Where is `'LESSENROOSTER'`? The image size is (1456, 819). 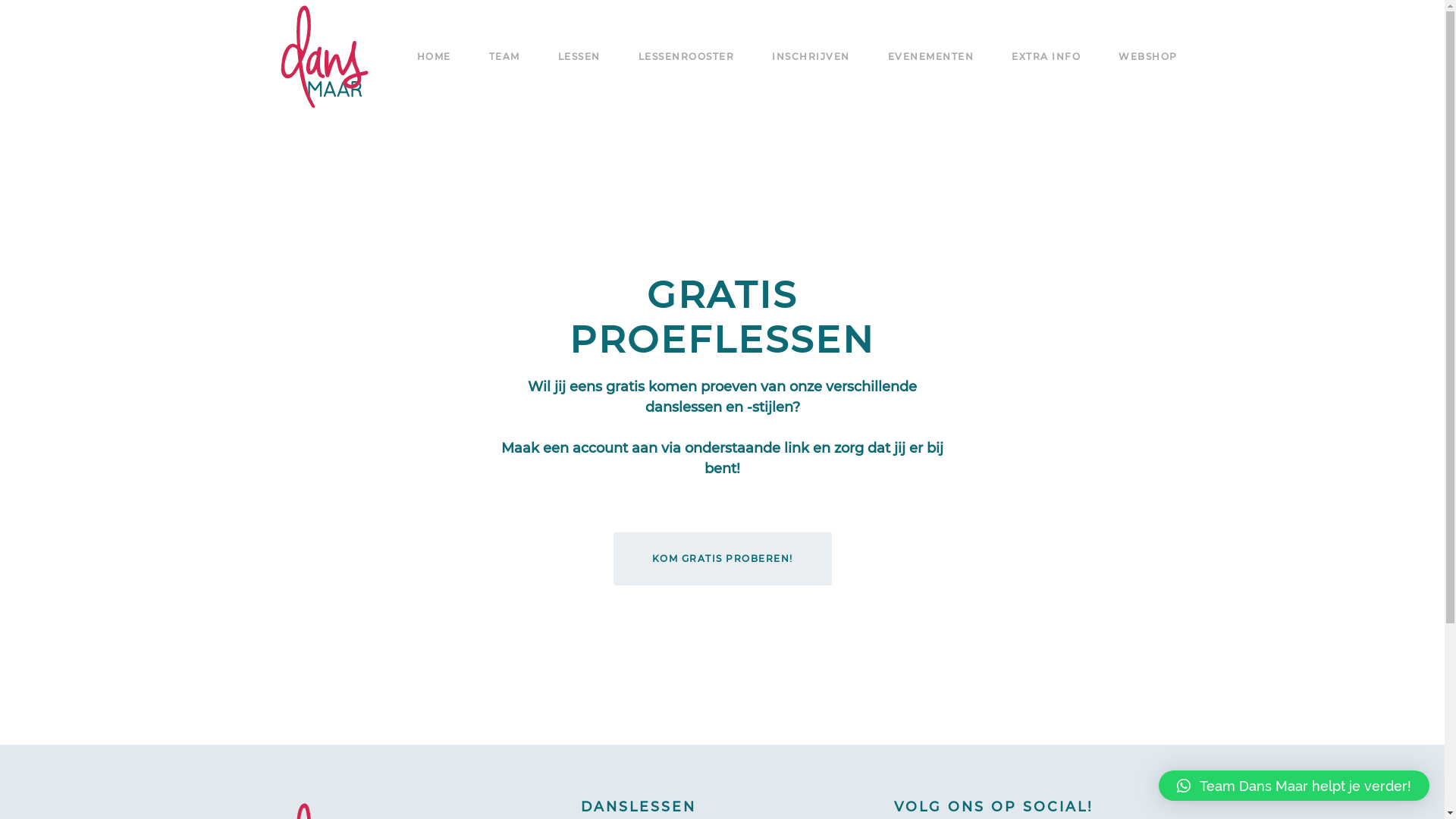 'LESSENROOSTER' is located at coordinates (686, 55).